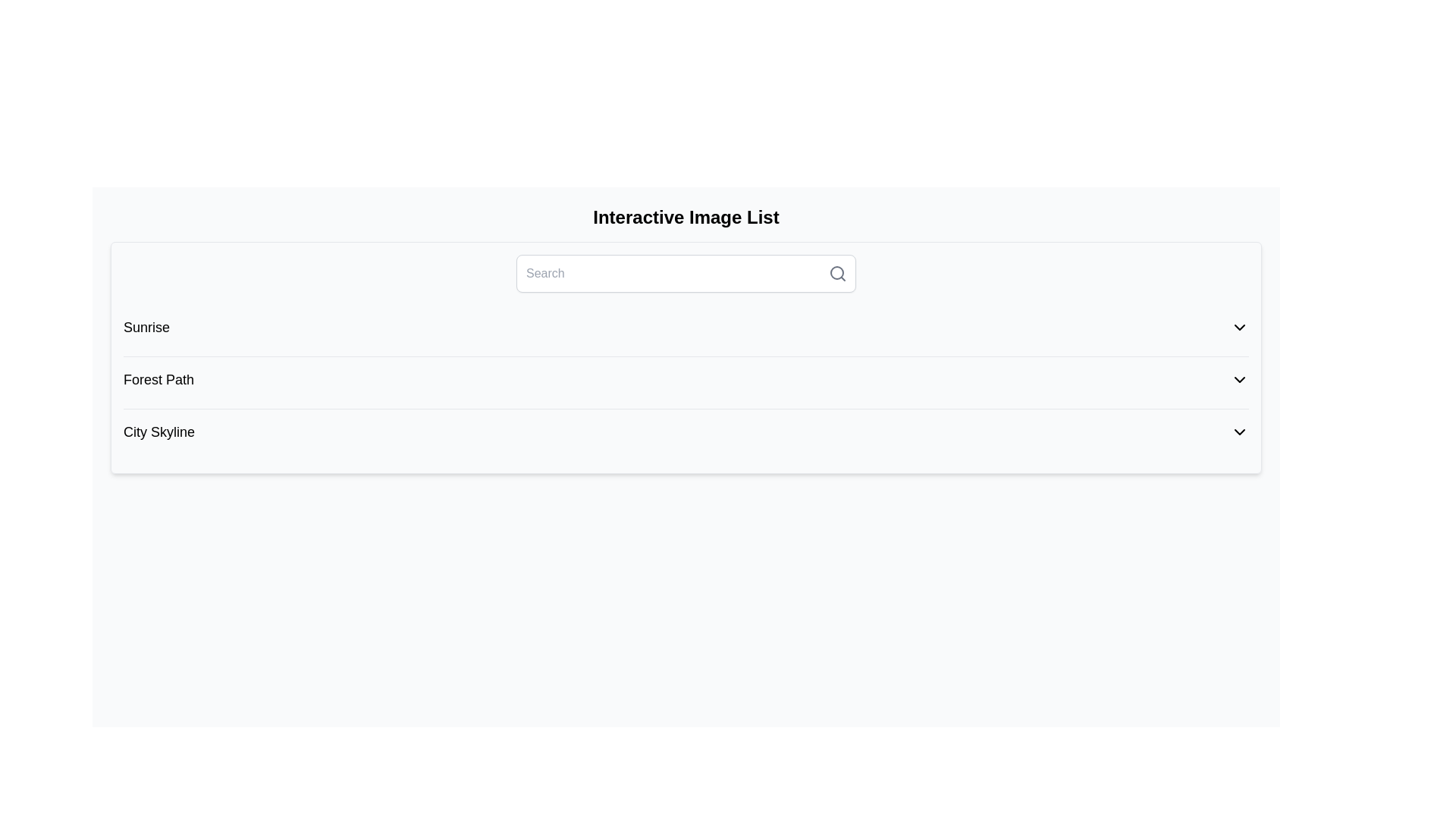  Describe the element at coordinates (1240, 432) in the screenshot. I see `the downward-pointing chevron arrow symbol` at that location.